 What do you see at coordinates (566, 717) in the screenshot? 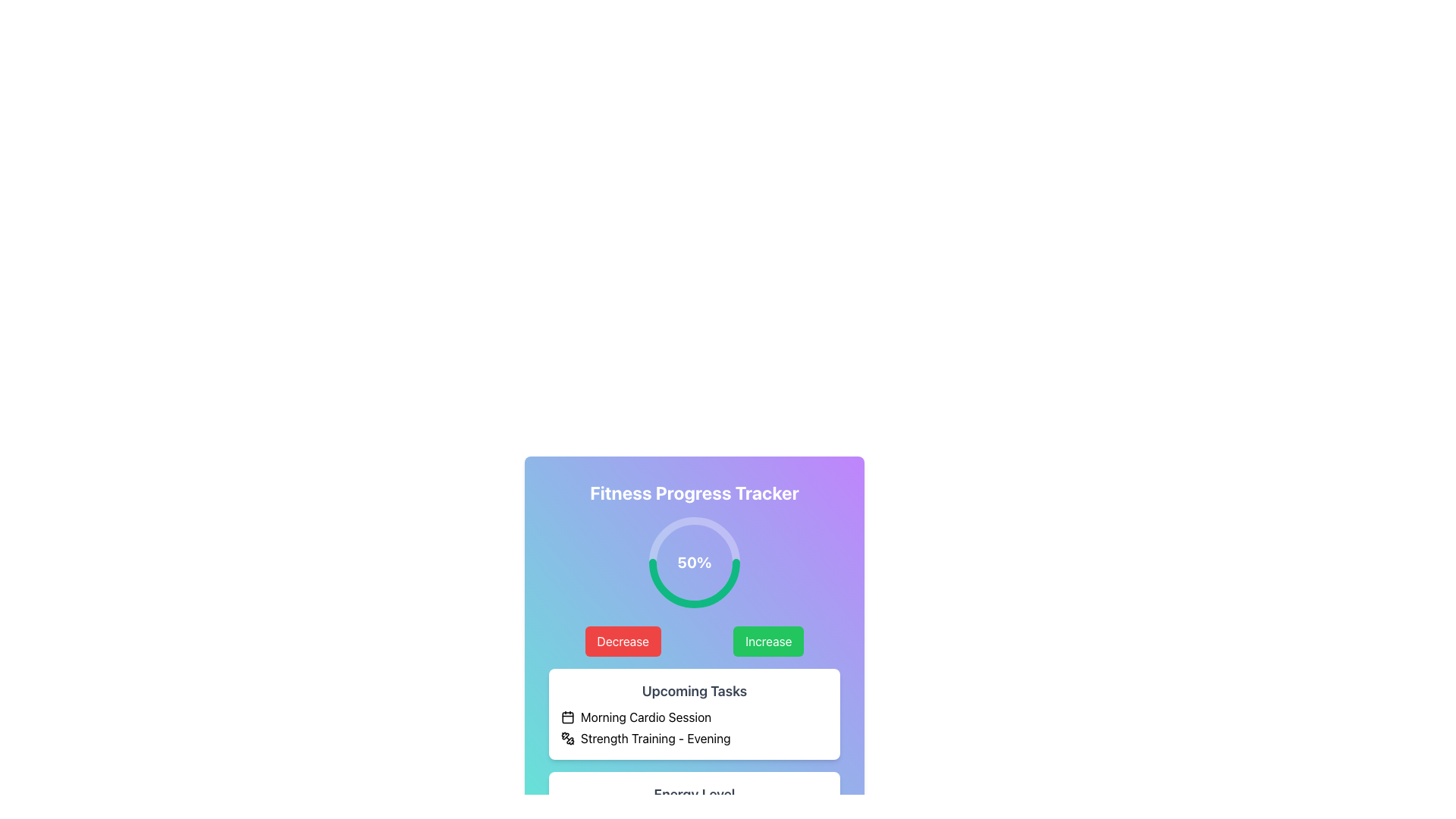
I see `the calendar icon located in the upper-left corner of the 'Morning Cardio Session' text block within the 'Upcoming Tasks' section` at bounding box center [566, 717].